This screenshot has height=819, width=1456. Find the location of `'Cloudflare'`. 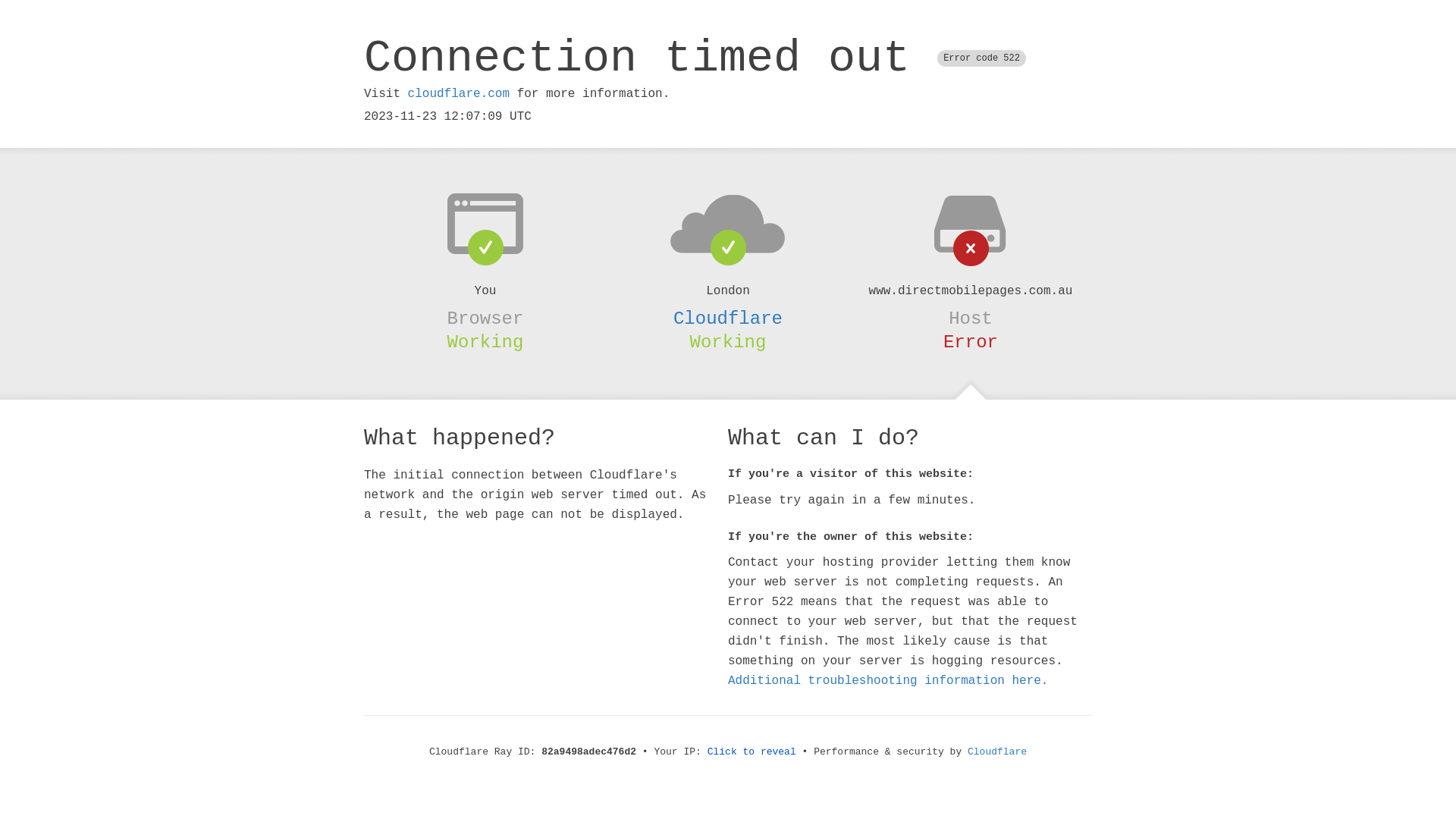

'Cloudflare' is located at coordinates (728, 318).